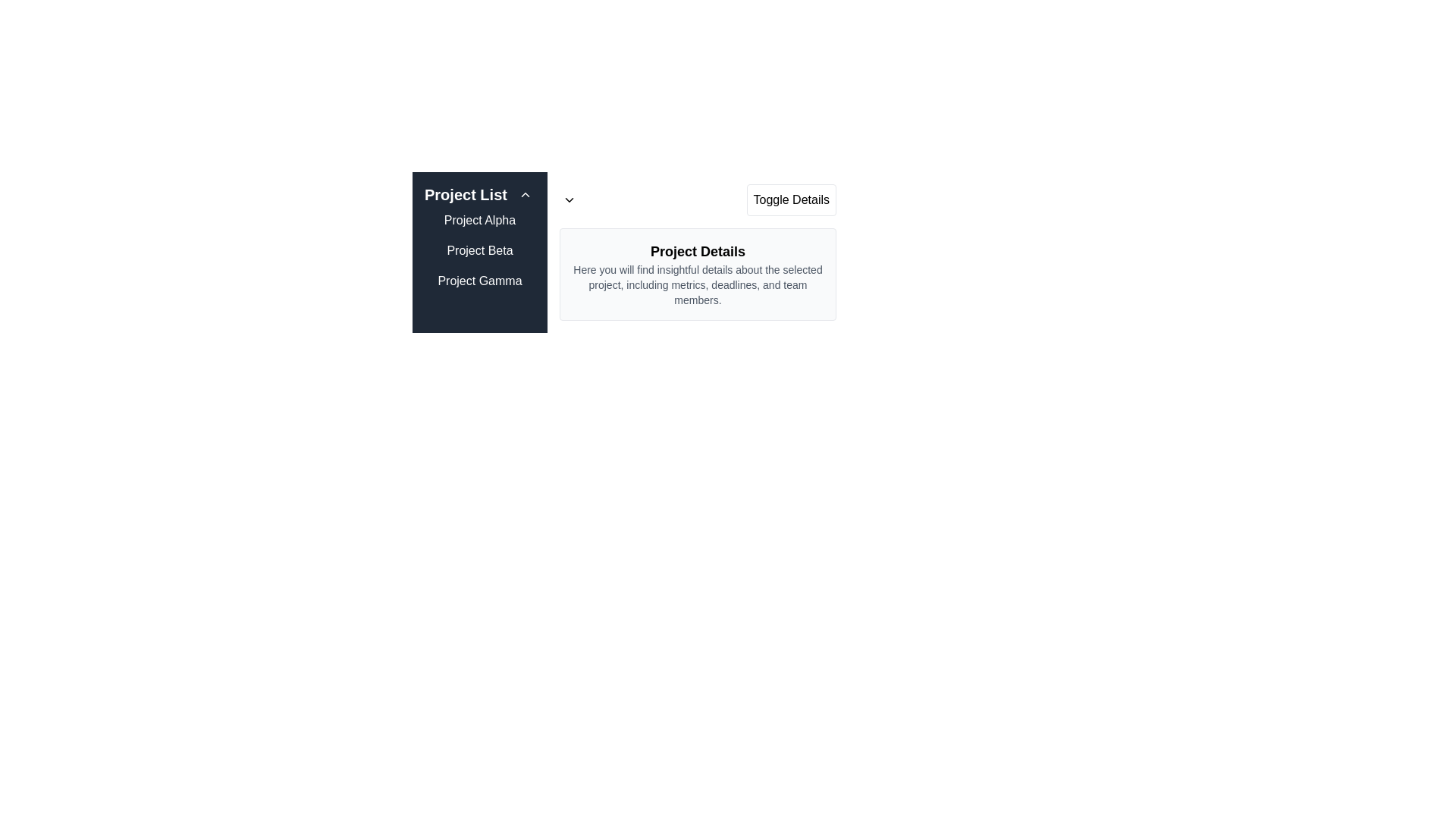  What do you see at coordinates (479, 194) in the screenshot?
I see `the Header element at the top of the sidebar` at bounding box center [479, 194].